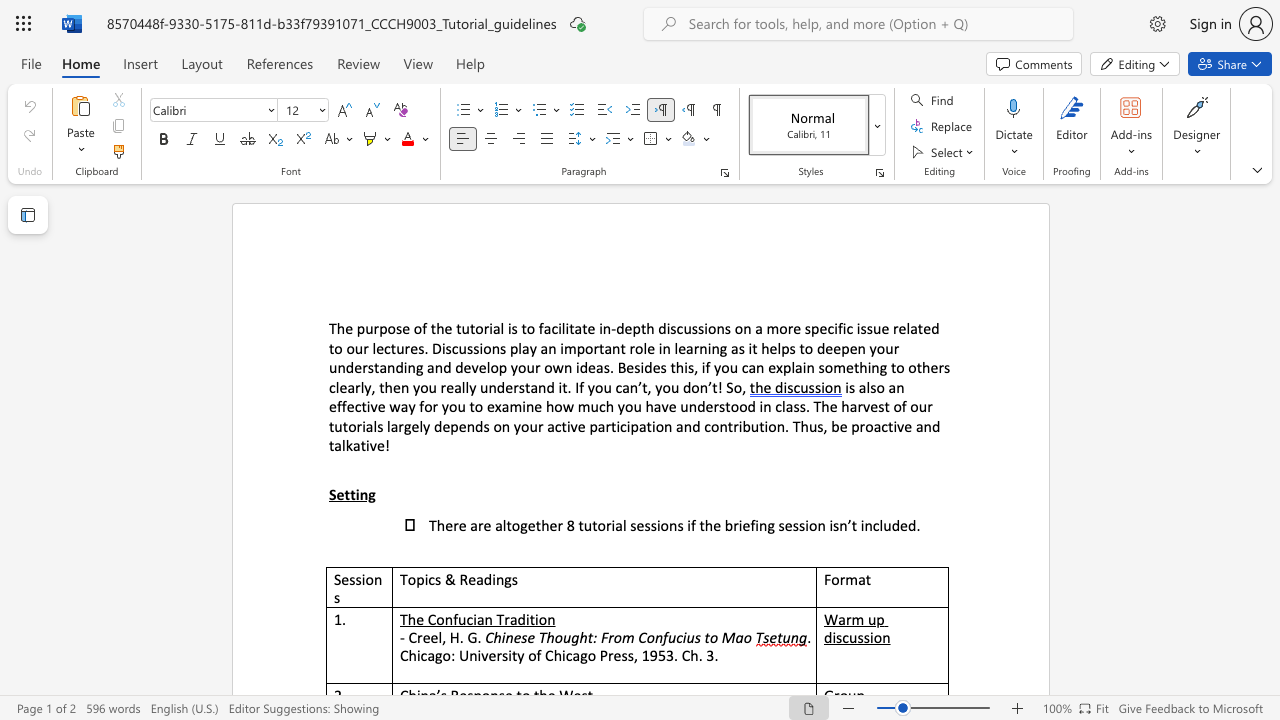  Describe the element at coordinates (649, 425) in the screenshot. I see `the 2th character "t" in the text` at that location.